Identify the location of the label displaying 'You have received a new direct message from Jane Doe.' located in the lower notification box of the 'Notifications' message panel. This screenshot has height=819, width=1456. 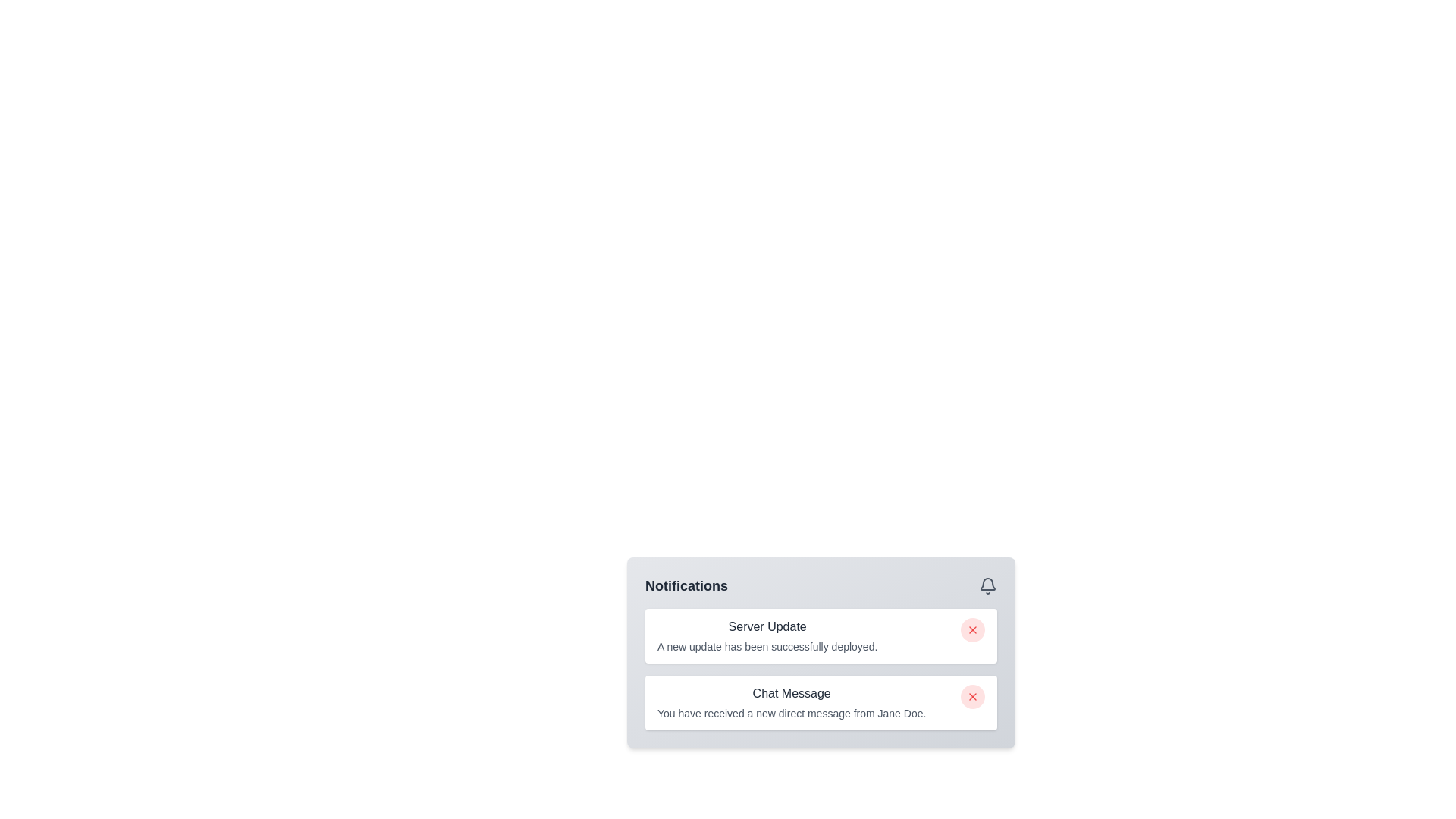
(791, 714).